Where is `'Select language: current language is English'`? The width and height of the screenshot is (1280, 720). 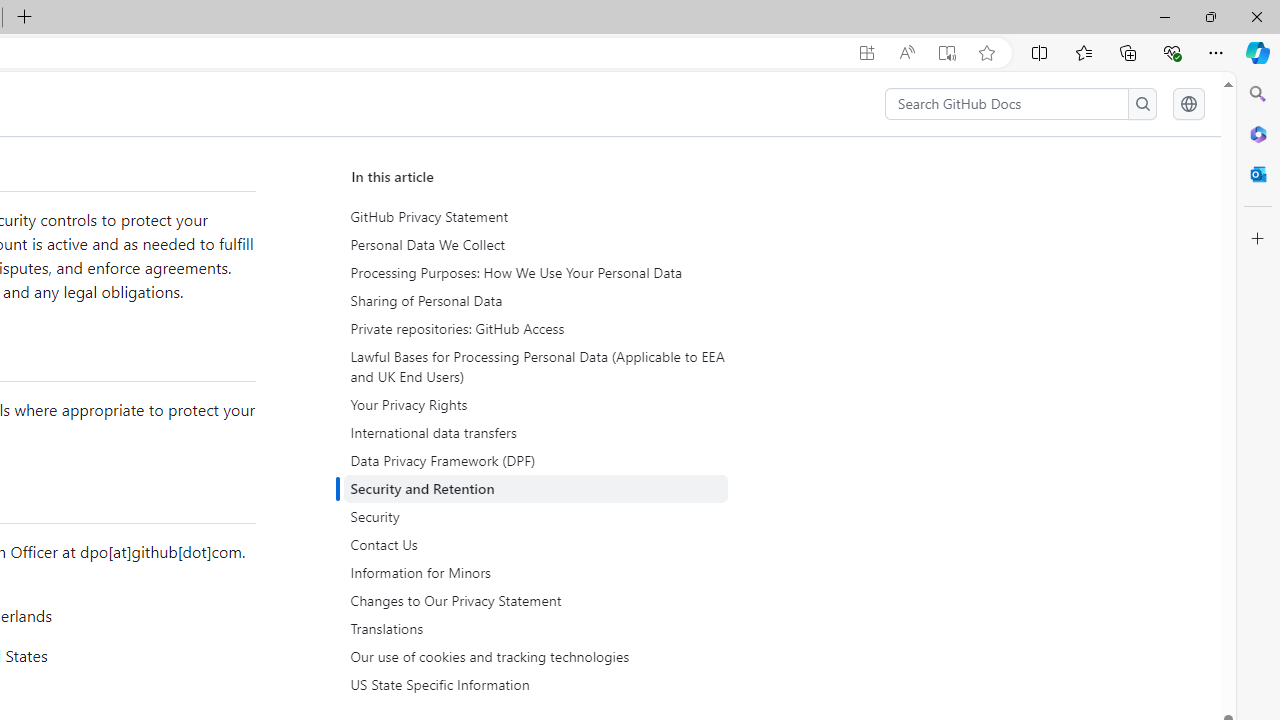
'Select language: current language is English' is located at coordinates (1188, 104).